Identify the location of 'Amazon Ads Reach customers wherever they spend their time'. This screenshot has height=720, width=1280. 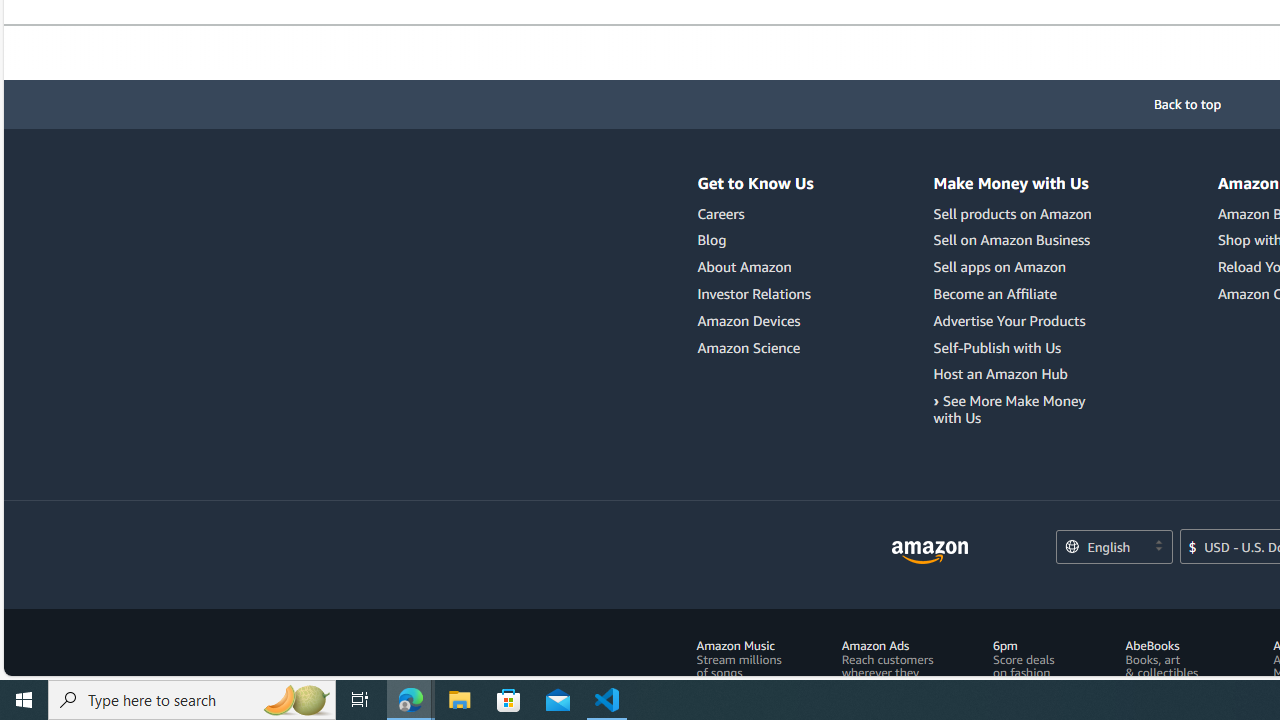
(886, 666).